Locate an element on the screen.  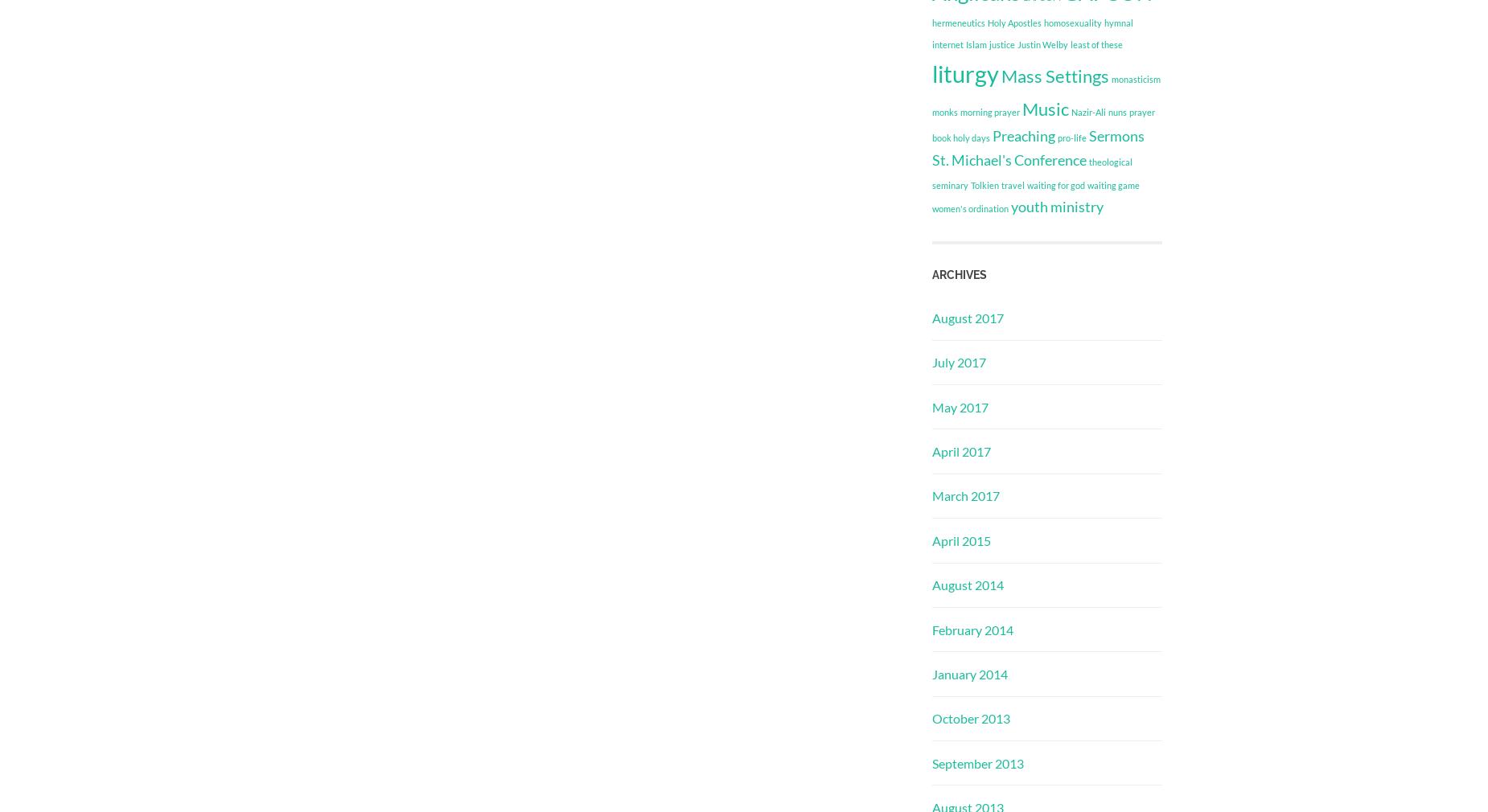
'nuns' is located at coordinates (1117, 111).